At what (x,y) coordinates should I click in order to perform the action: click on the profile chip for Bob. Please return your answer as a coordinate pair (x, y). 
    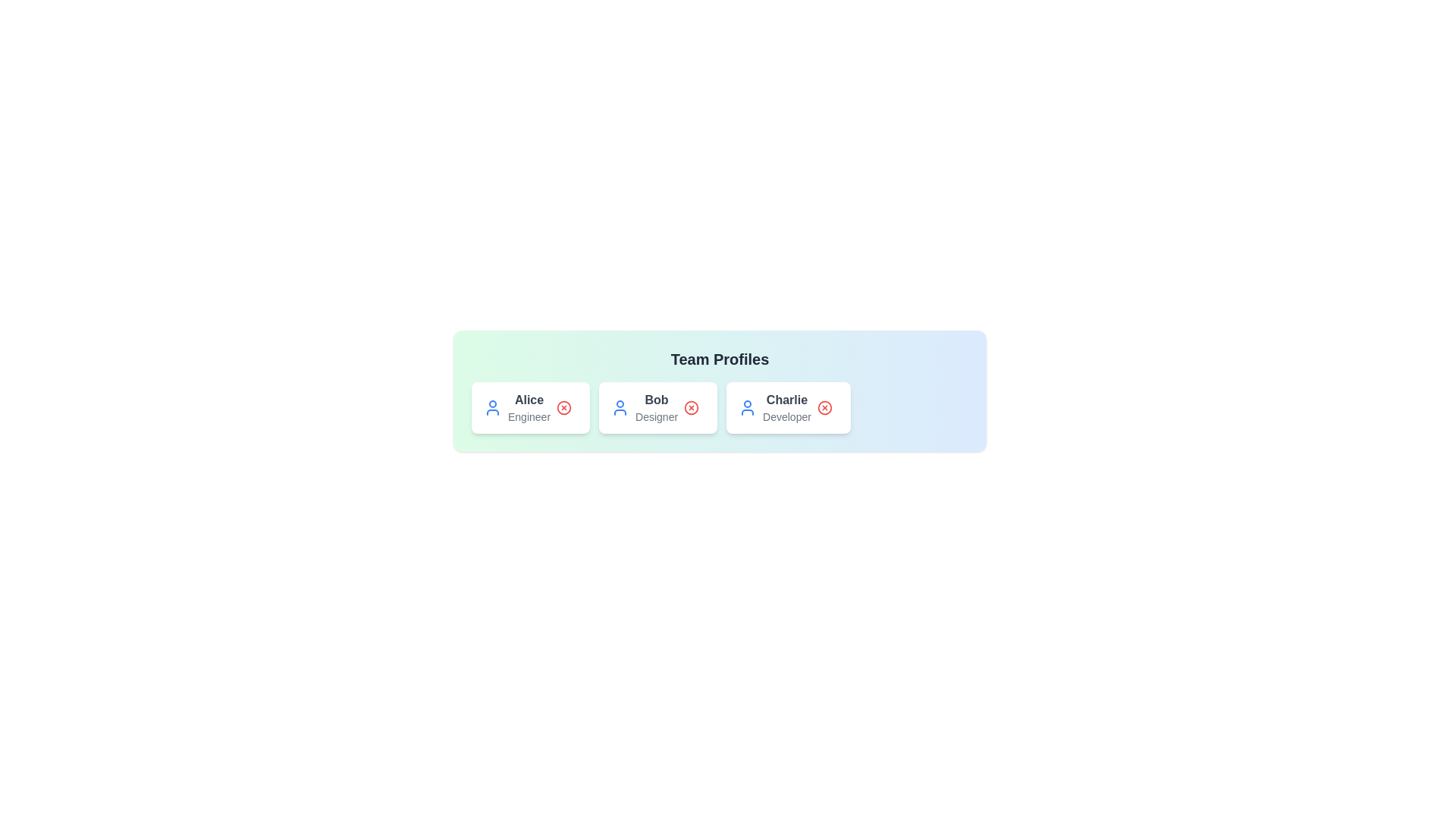
    Looking at the image, I should click on (658, 406).